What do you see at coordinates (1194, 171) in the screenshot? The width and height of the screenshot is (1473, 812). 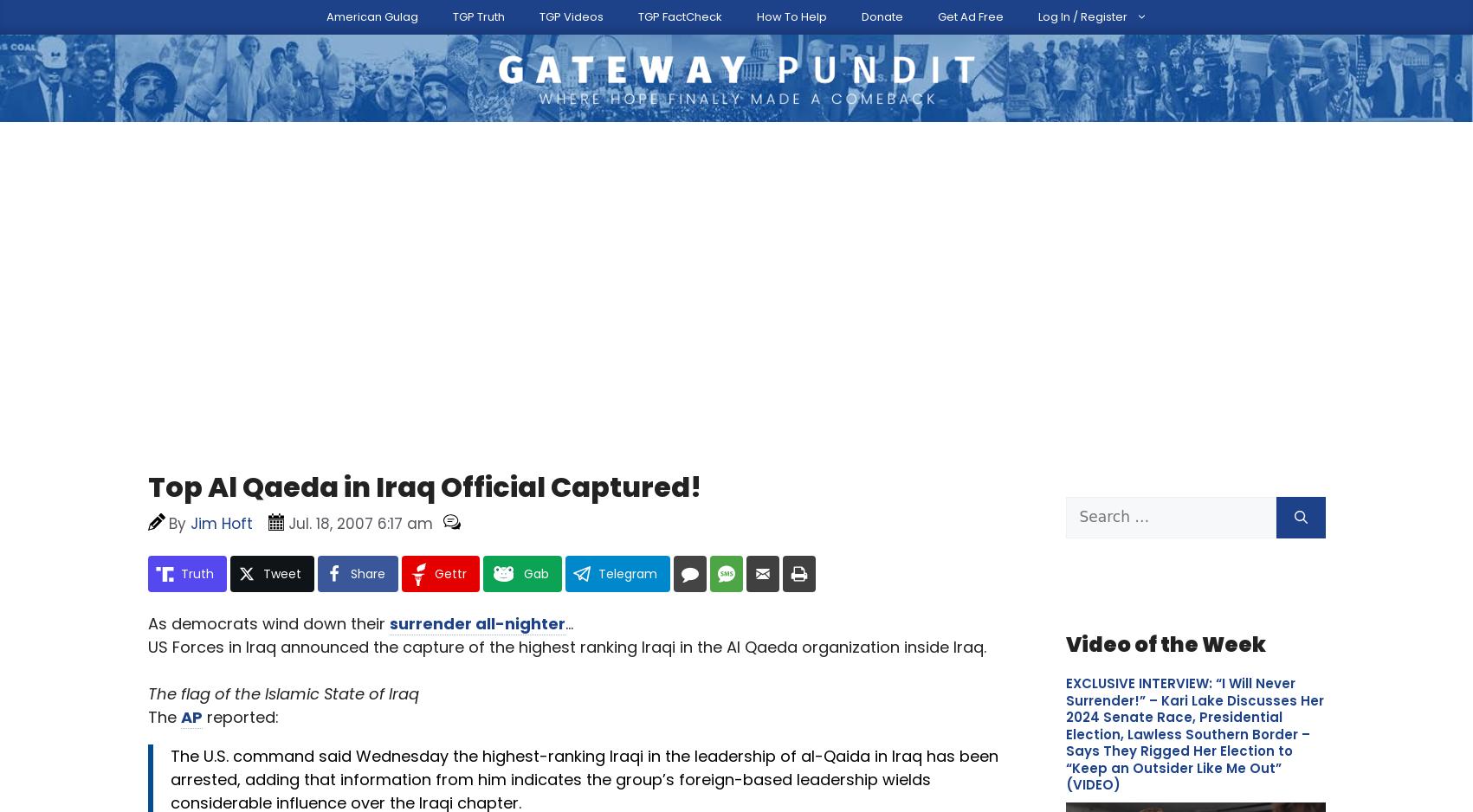 I see `'Please Donate Here'` at bounding box center [1194, 171].